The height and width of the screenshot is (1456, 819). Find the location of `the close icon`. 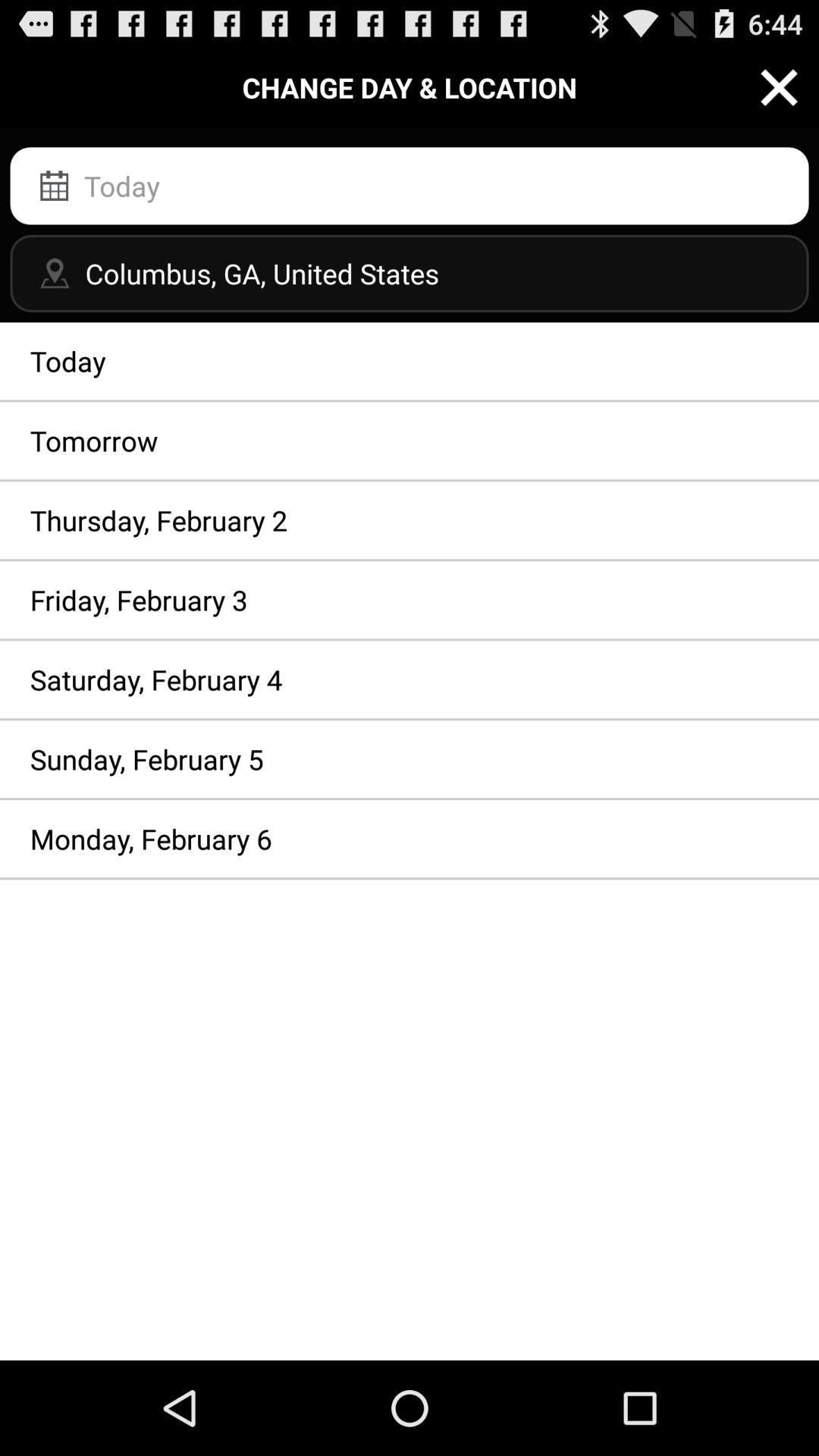

the close icon is located at coordinates (779, 93).